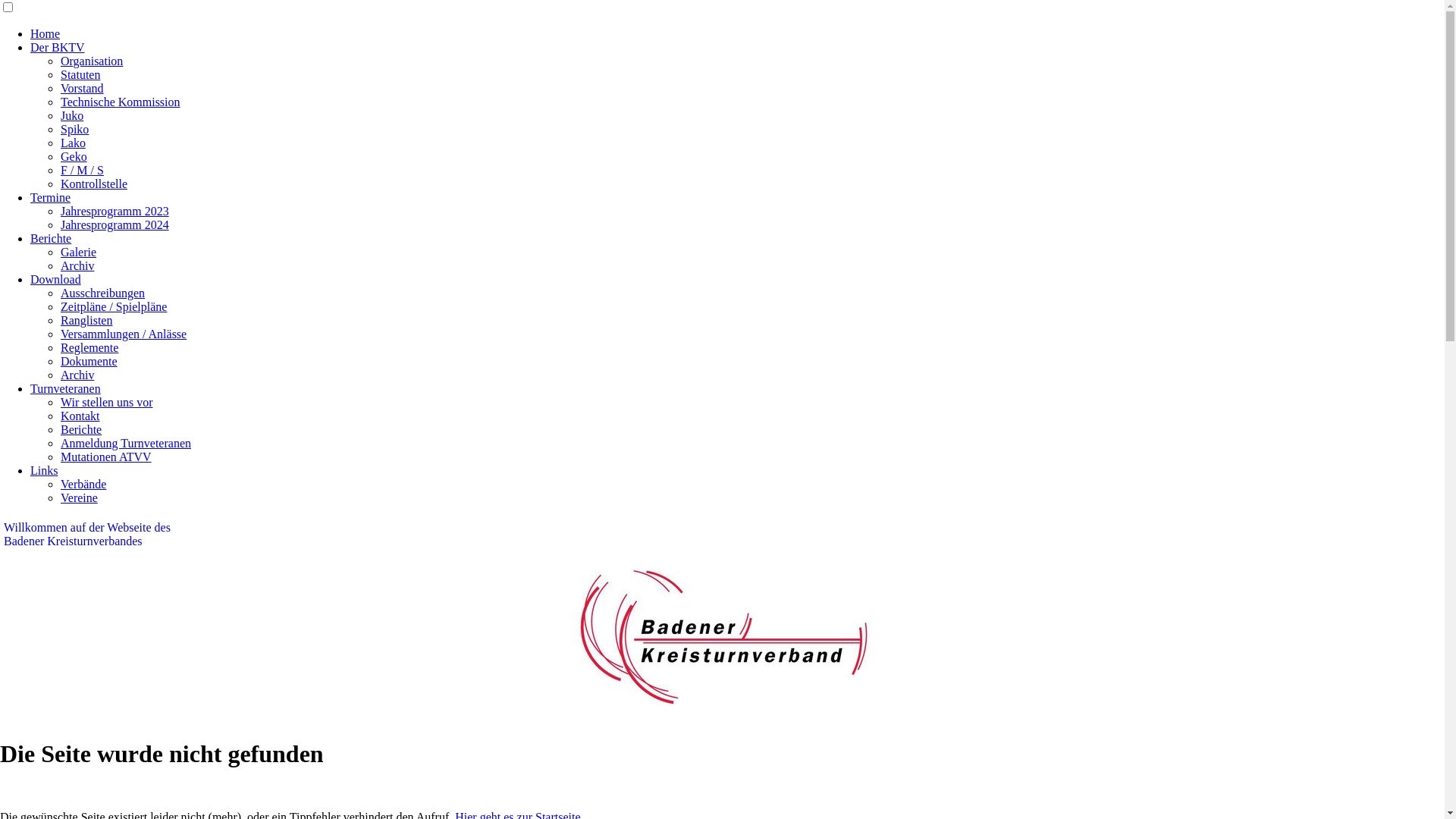  I want to click on 'Wir stellen uns vor', so click(105, 401).